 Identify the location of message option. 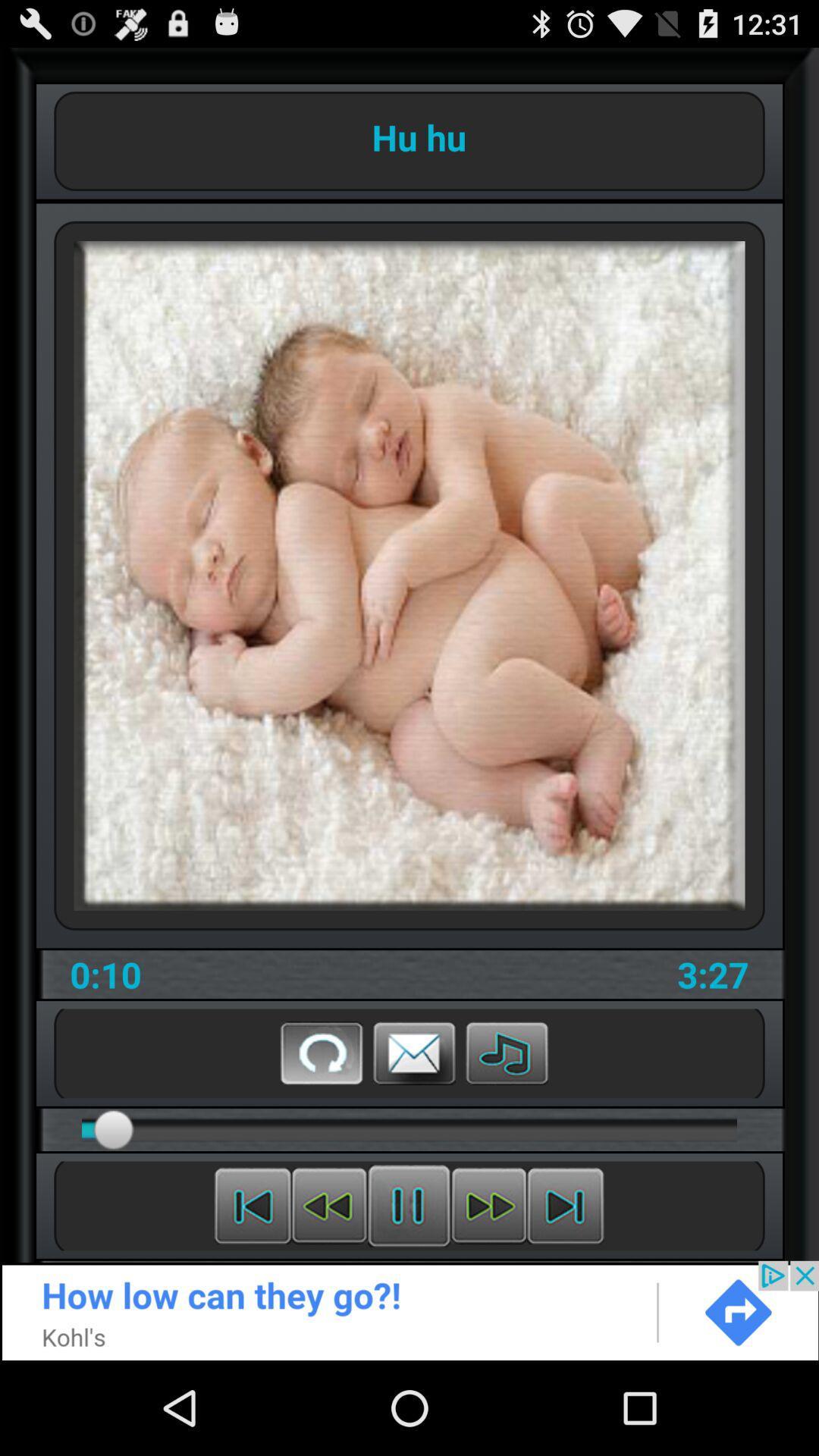
(414, 1052).